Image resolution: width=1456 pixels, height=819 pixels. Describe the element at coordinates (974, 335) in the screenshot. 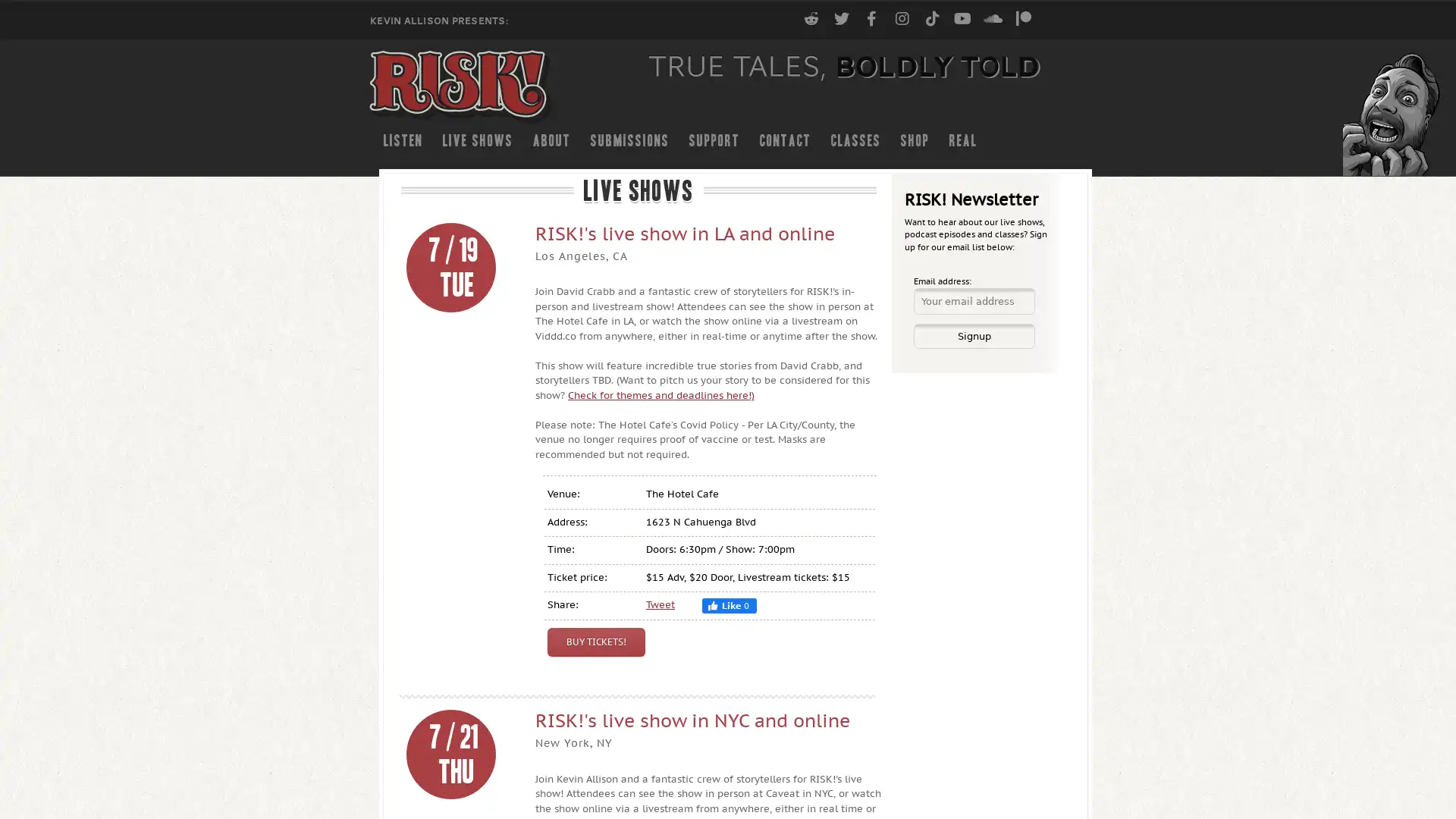

I see `Signup` at that location.